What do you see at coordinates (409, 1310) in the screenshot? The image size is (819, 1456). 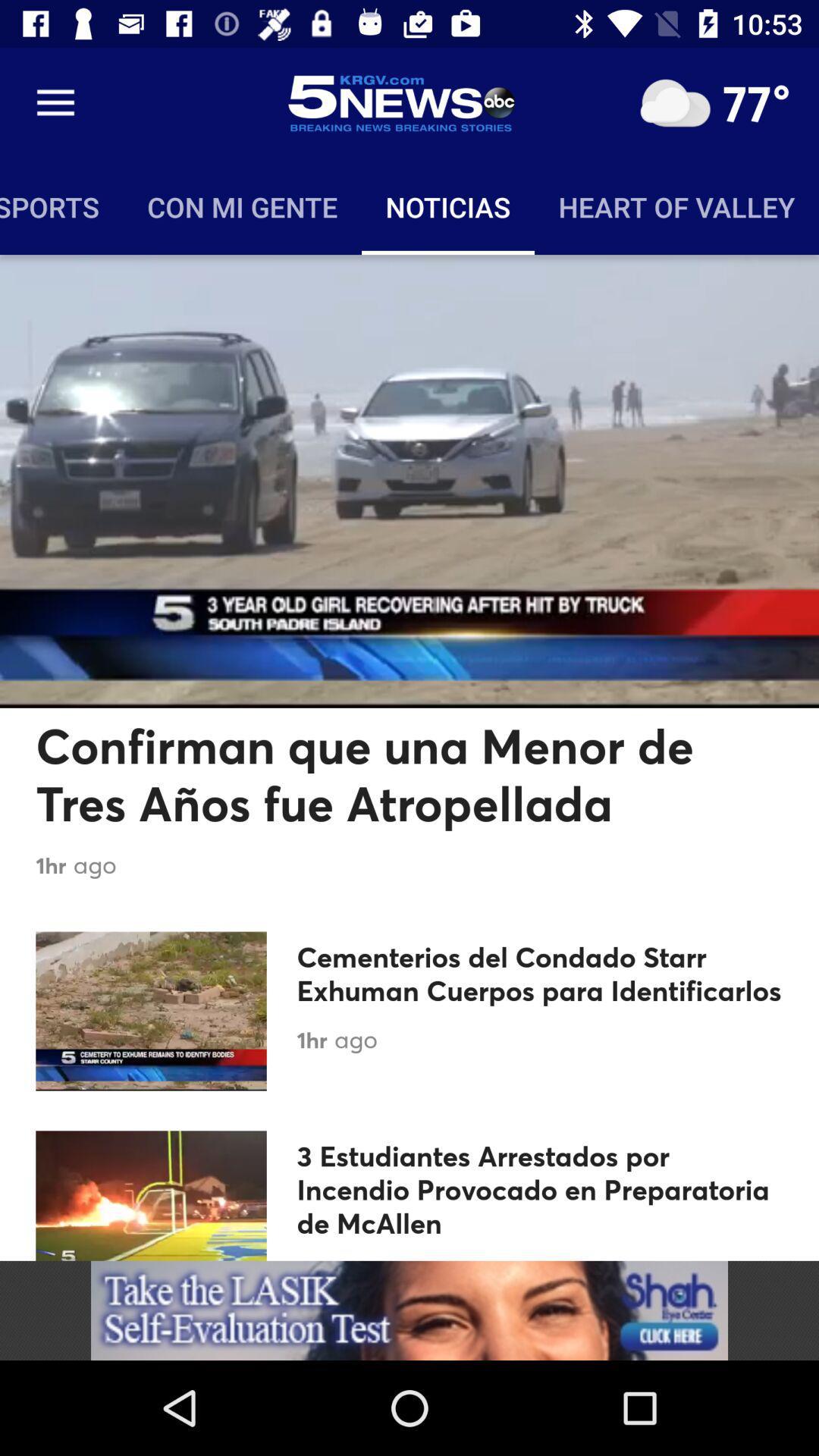 I see `lasik advertisement link` at bounding box center [409, 1310].